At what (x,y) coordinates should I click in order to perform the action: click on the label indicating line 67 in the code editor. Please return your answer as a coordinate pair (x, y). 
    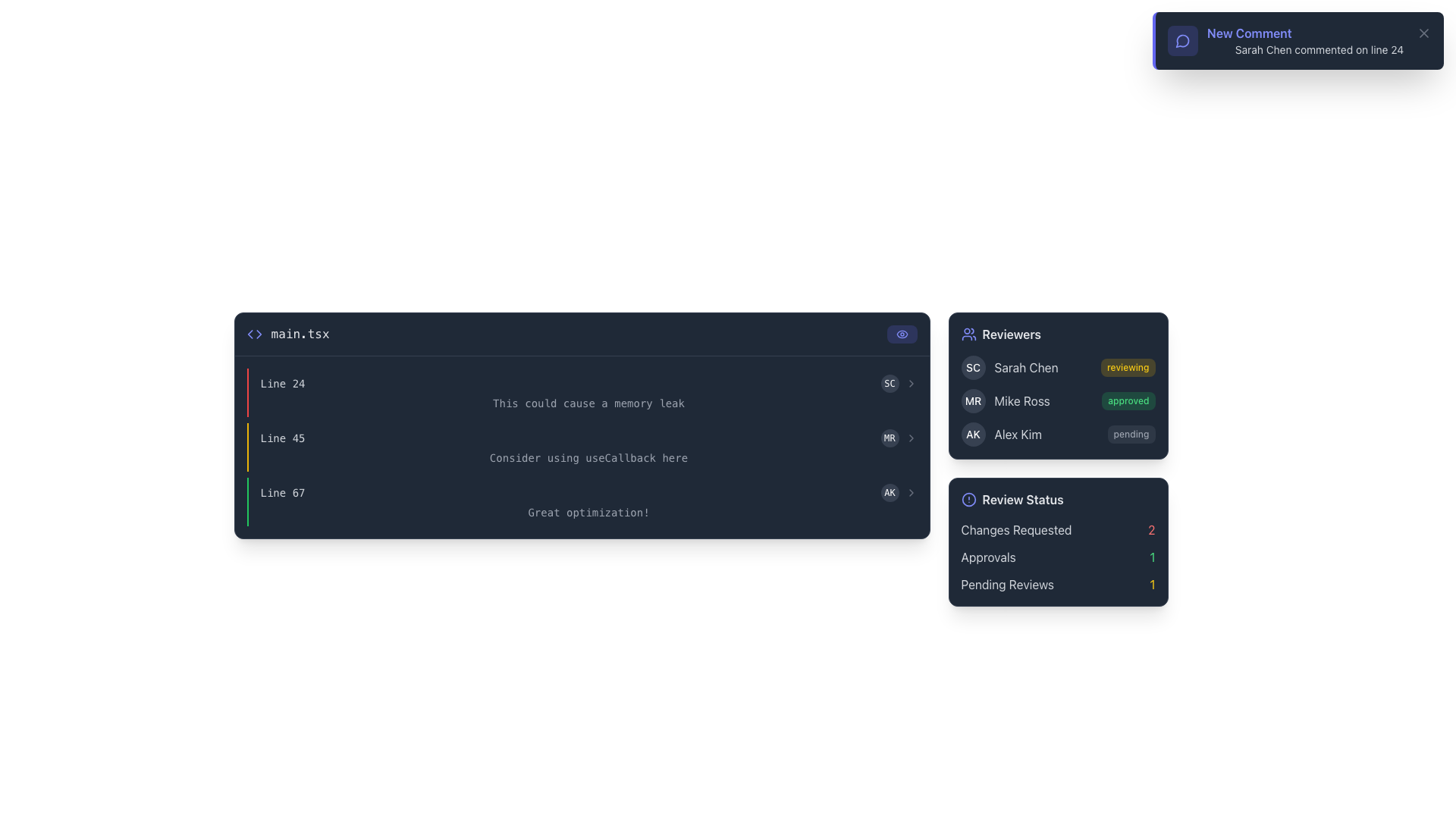
    Looking at the image, I should click on (283, 493).